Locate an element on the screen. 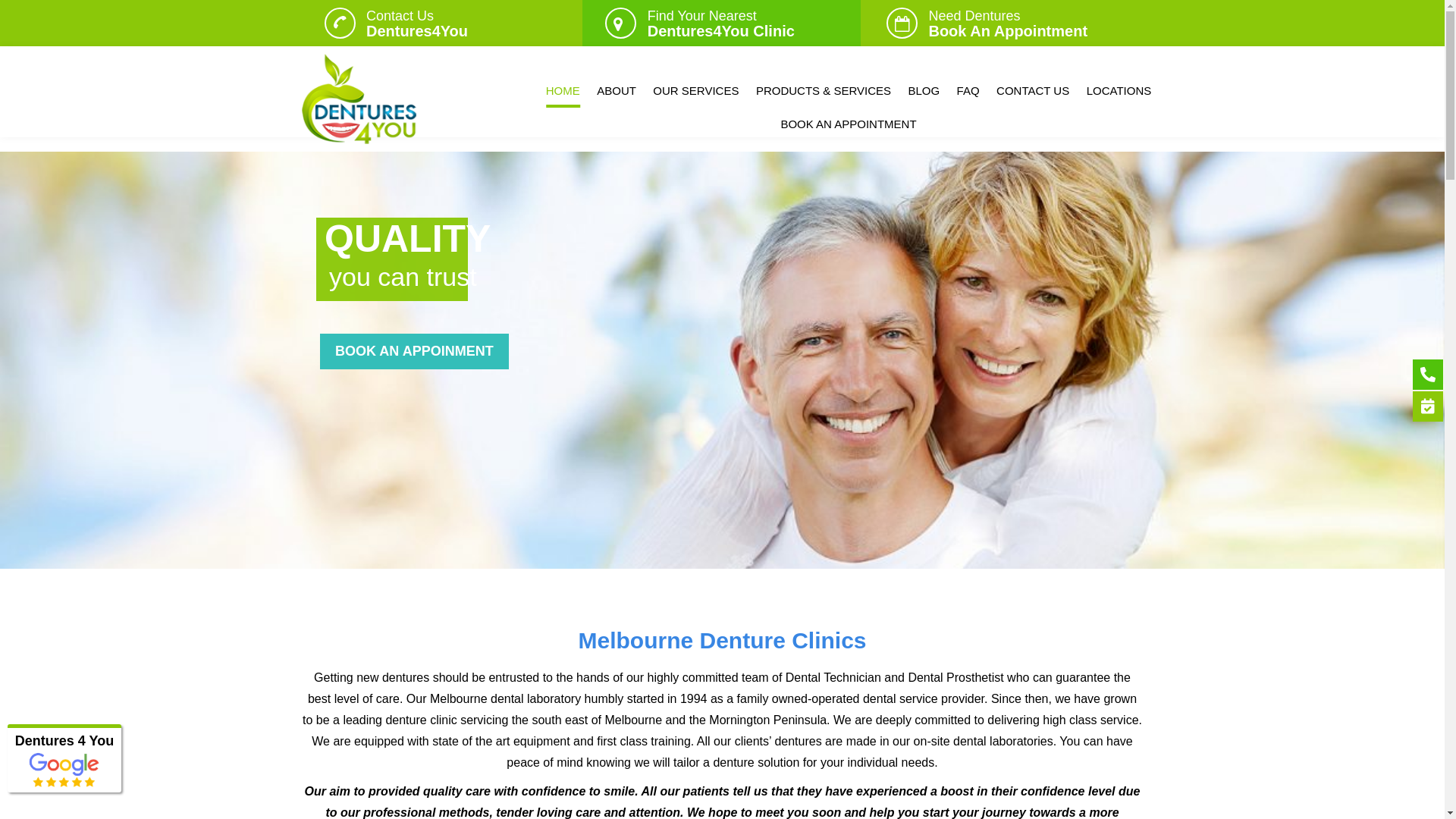  'Dentures 4 You' is located at coordinates (64, 739).